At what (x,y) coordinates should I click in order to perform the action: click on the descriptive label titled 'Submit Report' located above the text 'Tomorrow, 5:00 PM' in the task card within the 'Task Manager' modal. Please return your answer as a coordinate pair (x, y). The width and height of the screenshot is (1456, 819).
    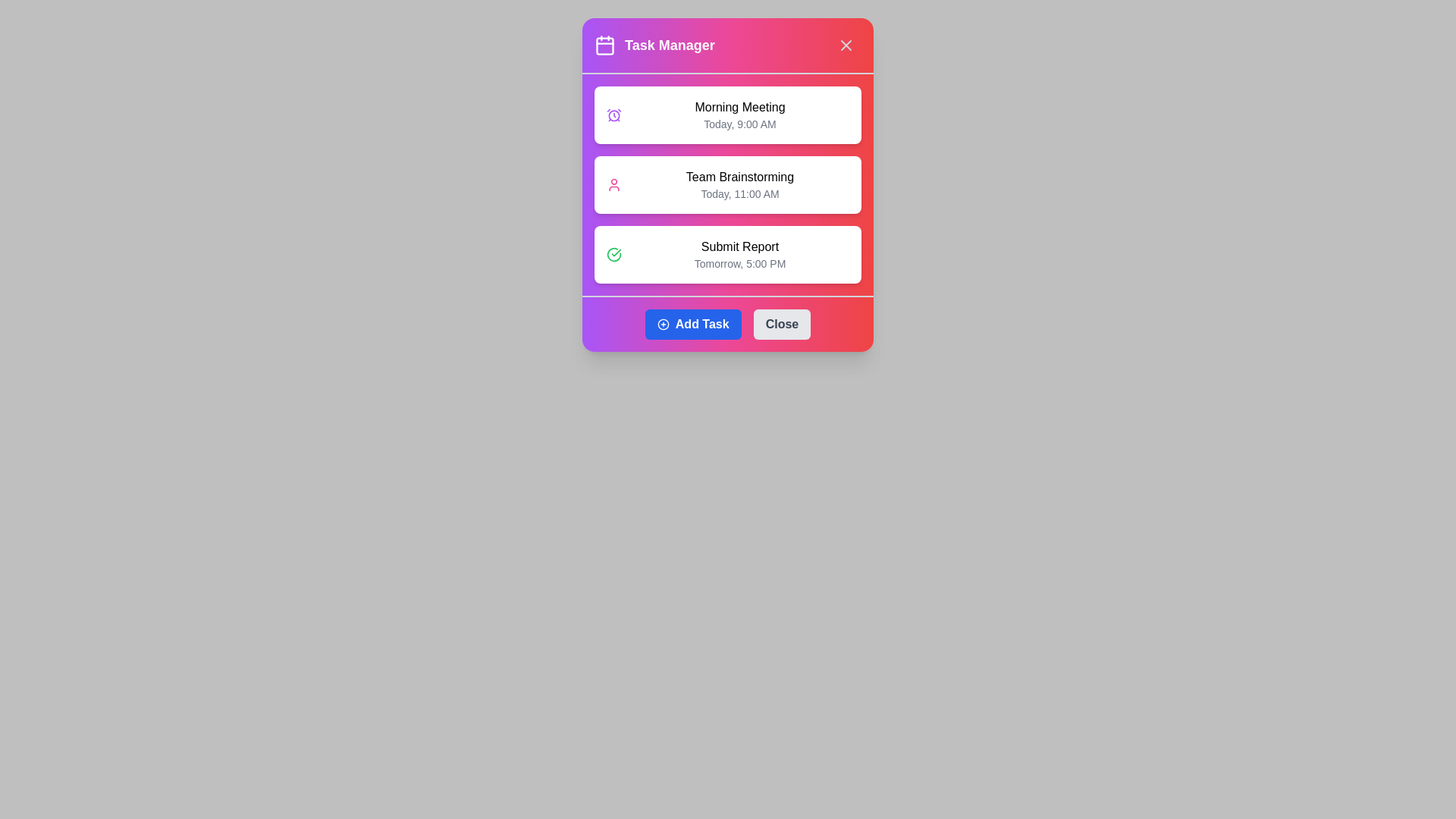
    Looking at the image, I should click on (739, 246).